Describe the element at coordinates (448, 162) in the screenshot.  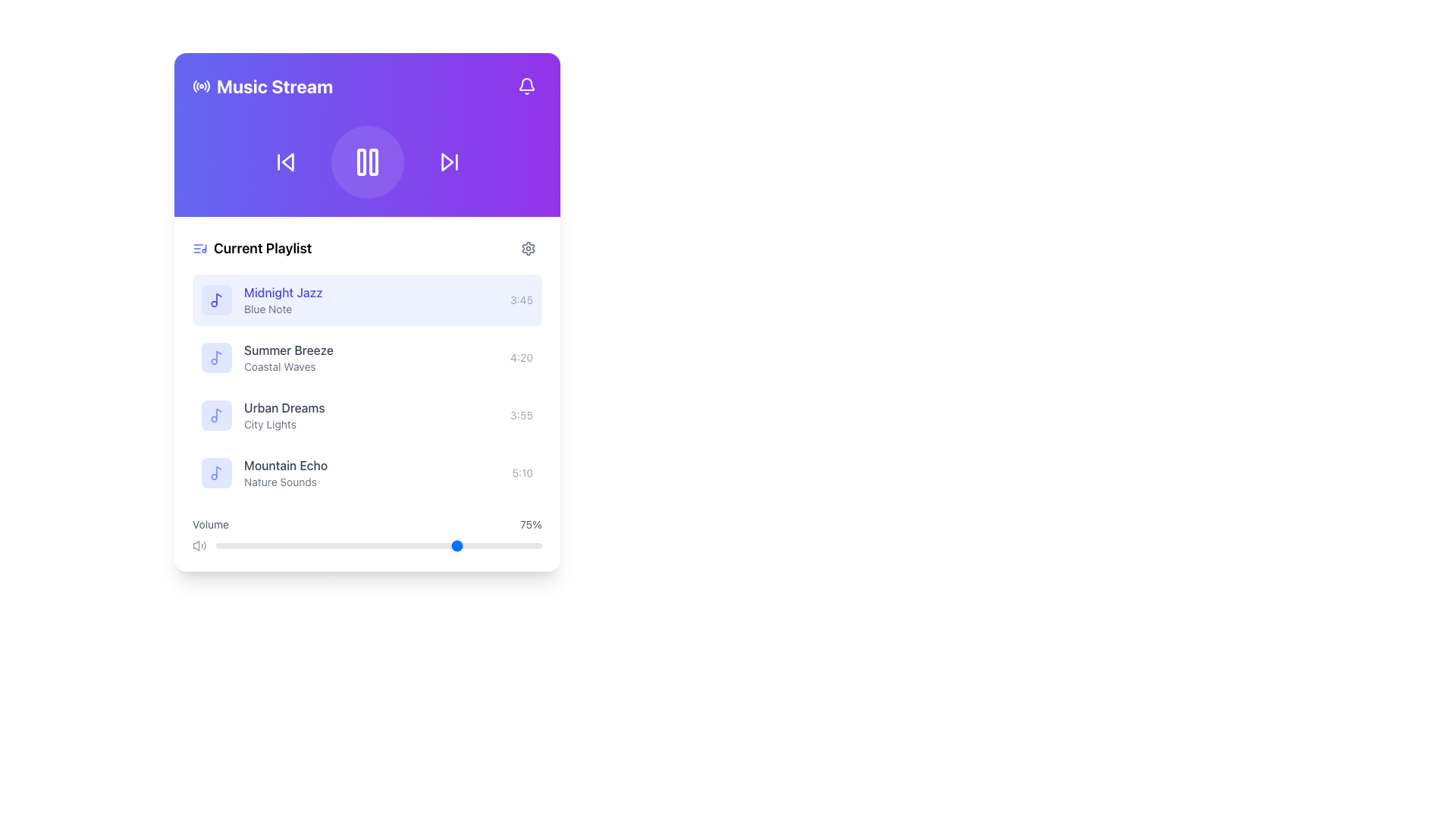
I see `the 'skip forward' button, which is the rightmost circular button in the horizontal group located in the purple header section` at that location.